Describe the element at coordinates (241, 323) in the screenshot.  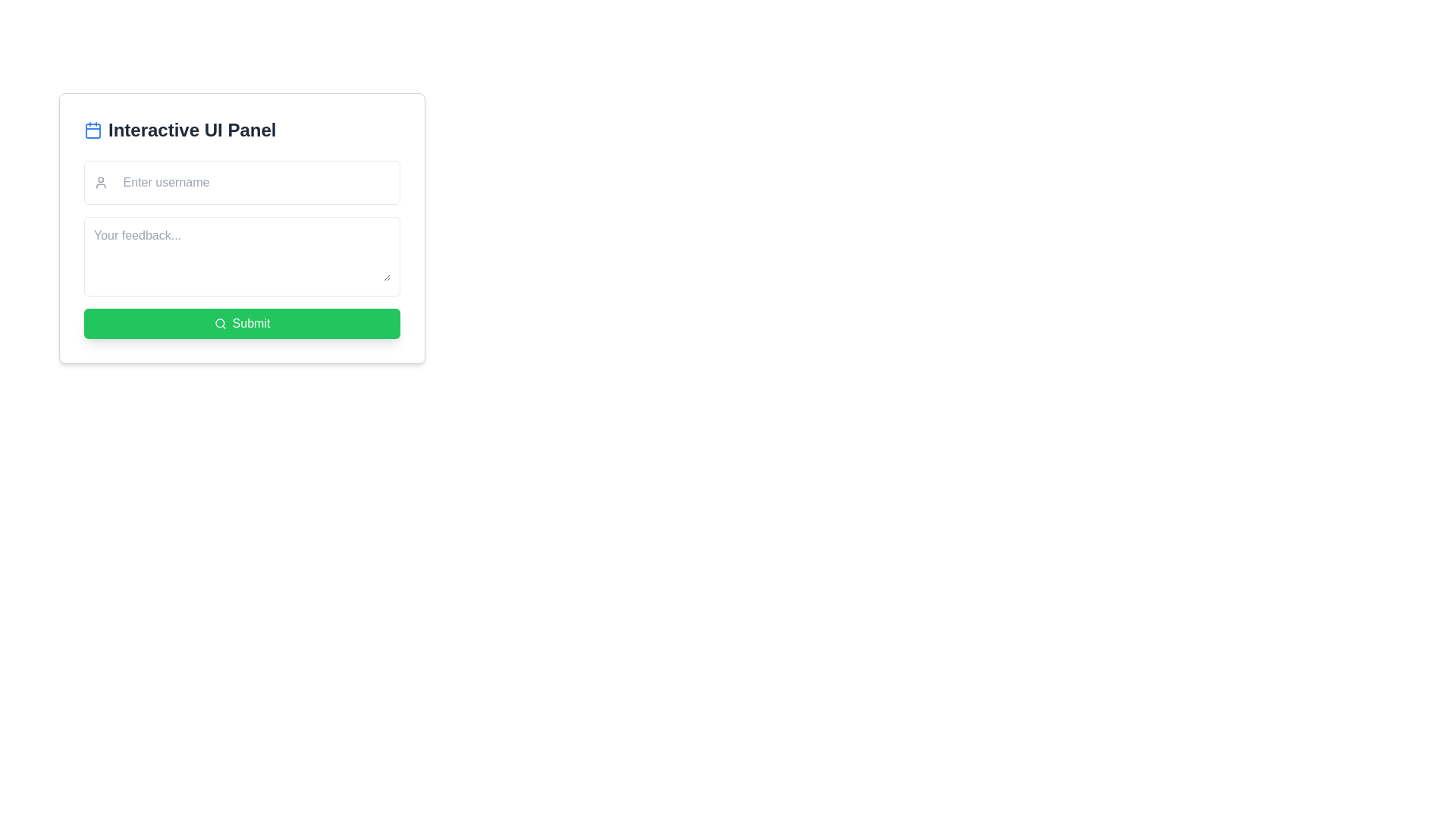
I see `the submit button positioned at the bottom of the panel to observe the hover effect` at that location.